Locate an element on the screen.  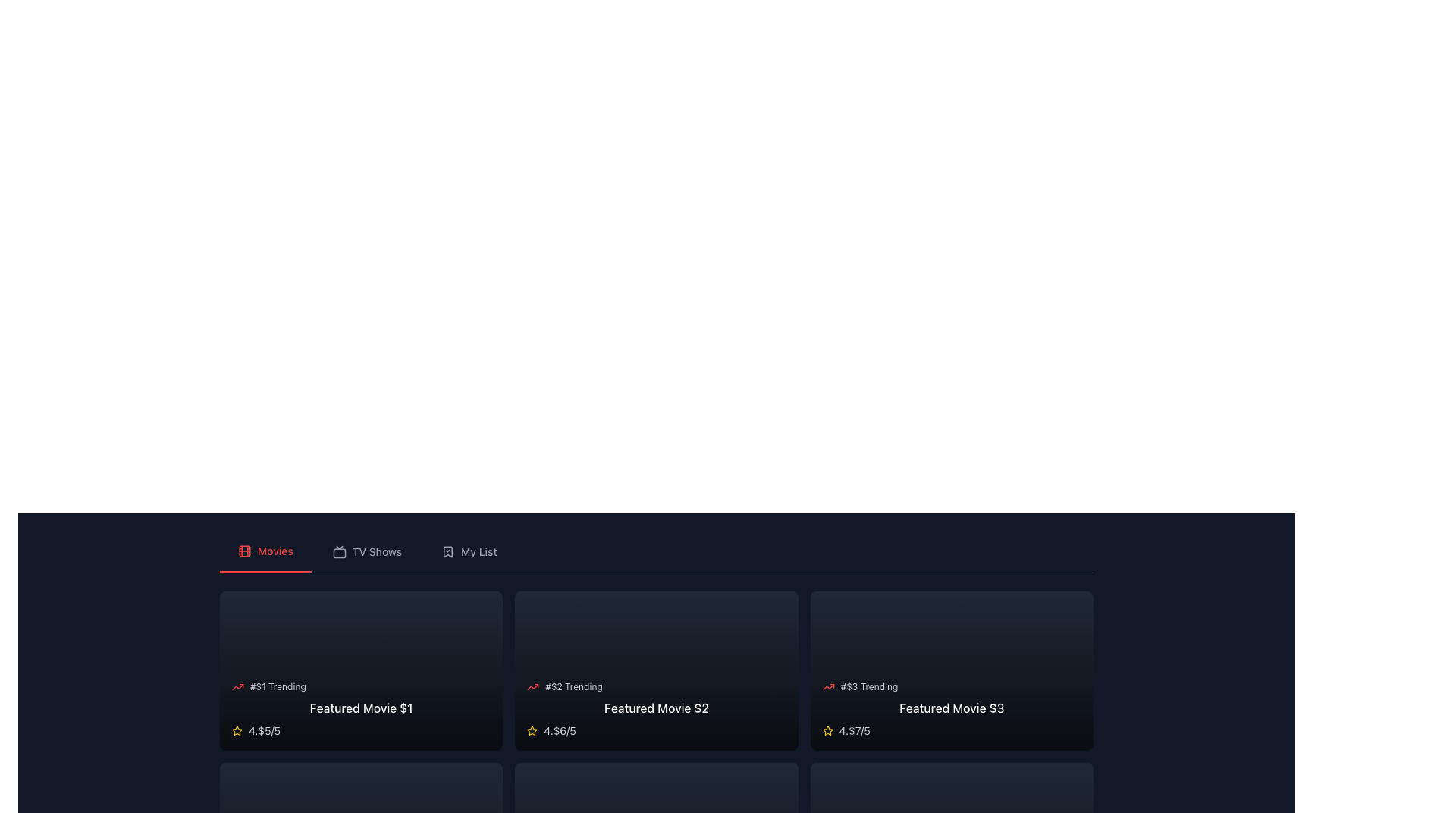
the 'TV Shows' button, which features a television icon and changes text color from gray to white on hover is located at coordinates (367, 552).